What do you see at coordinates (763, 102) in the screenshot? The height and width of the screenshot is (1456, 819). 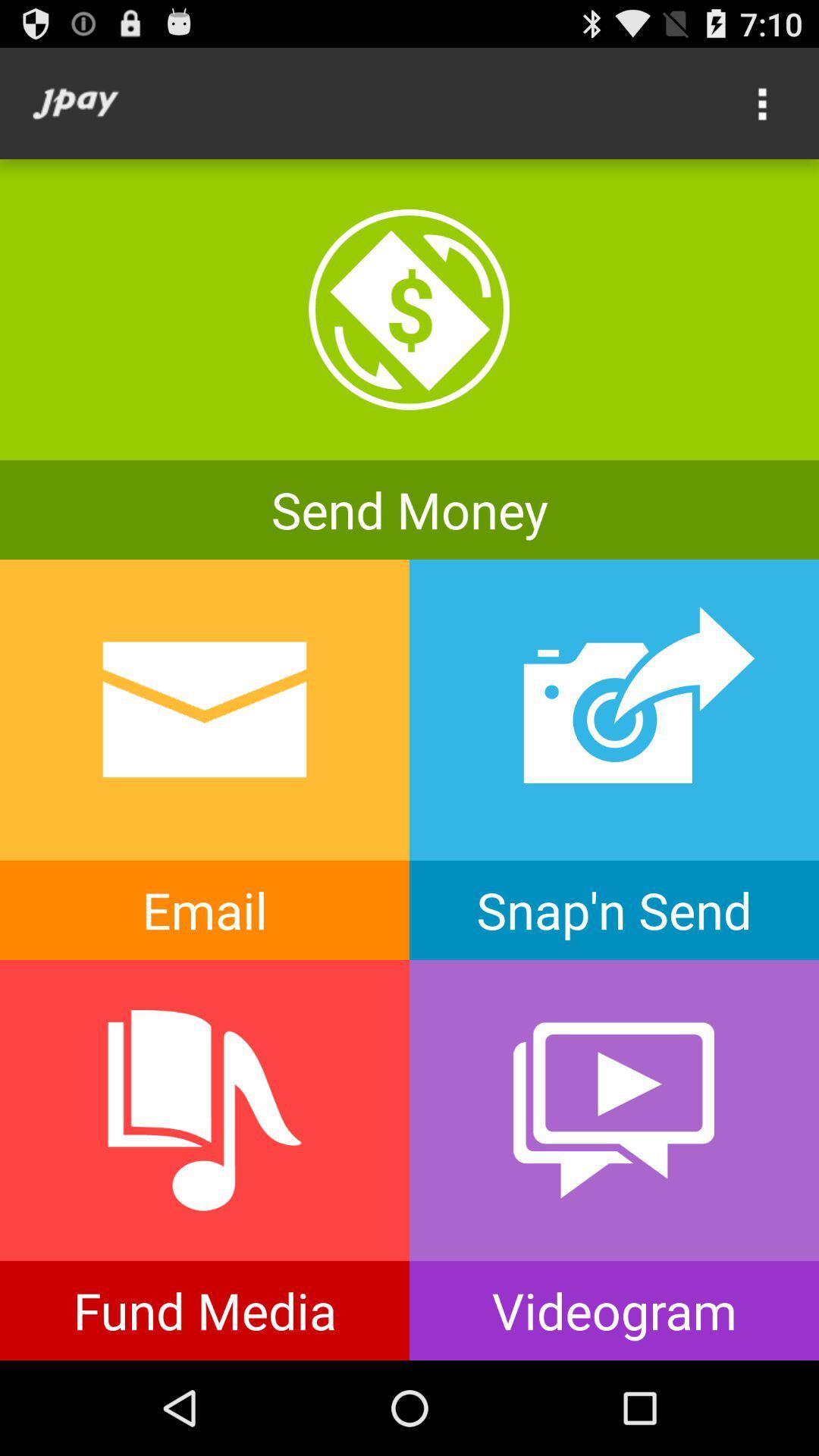 I see `expand the setting` at bounding box center [763, 102].